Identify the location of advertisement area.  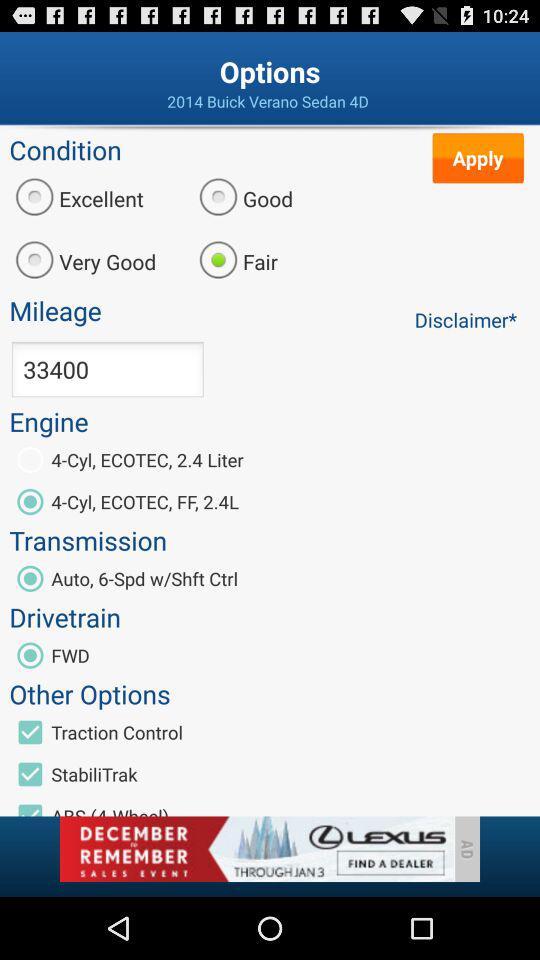
(256, 848).